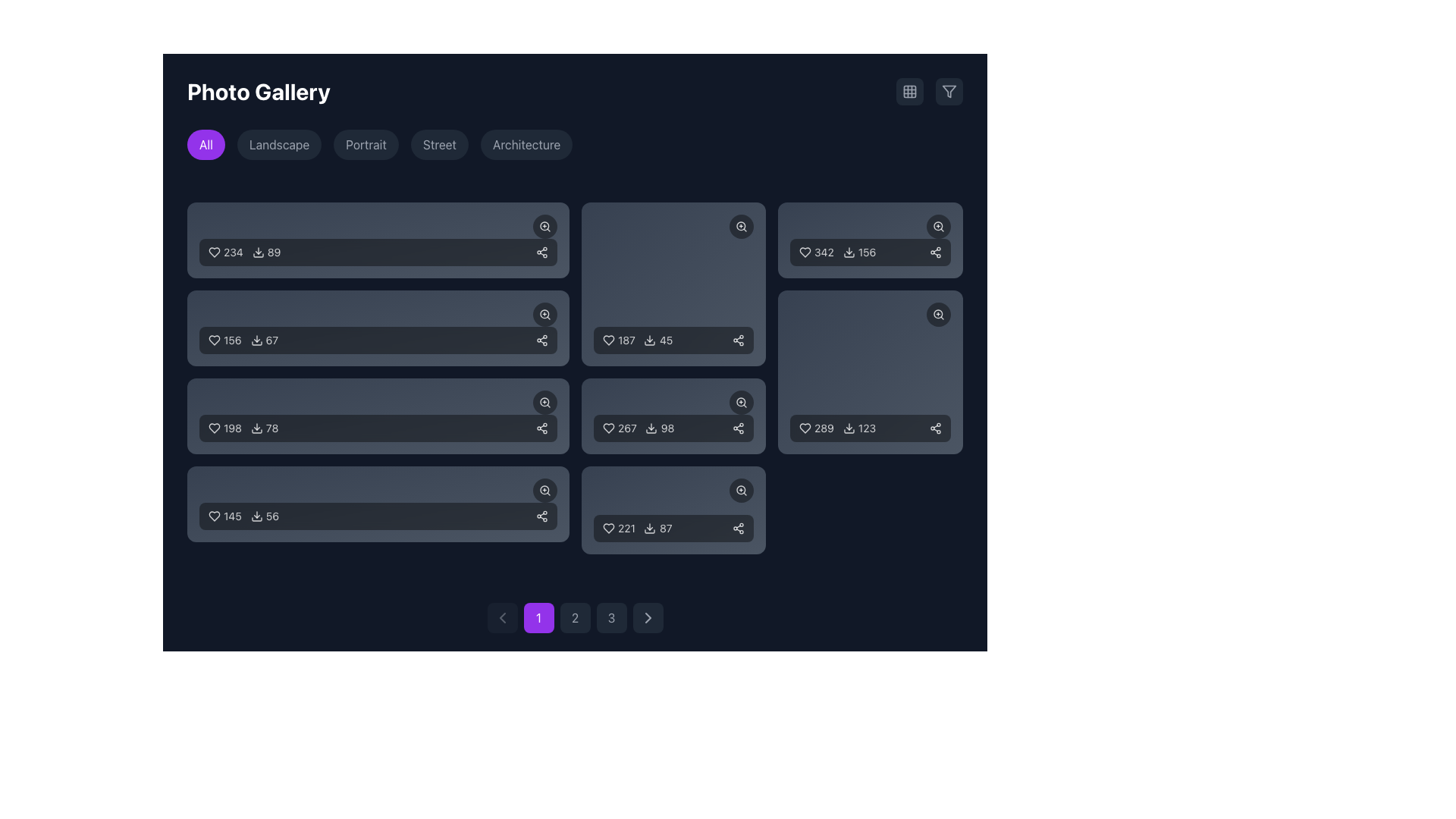 The height and width of the screenshot is (819, 1456). I want to click on the text label displaying the statistic '45' located beneath the graphical card element, to the right of the download icon in the control bar, so click(666, 339).